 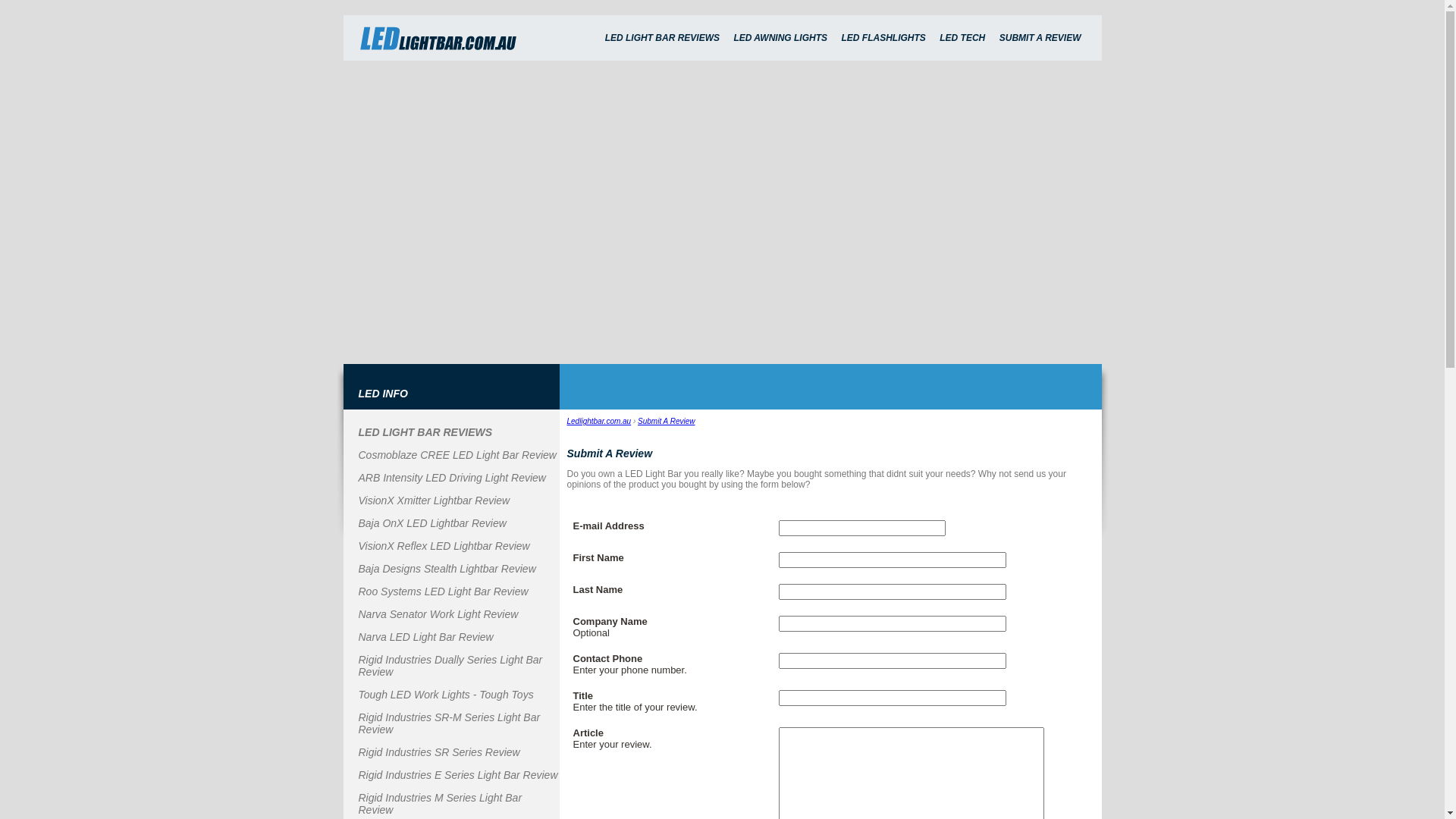 I want to click on 'Rigid Industries SR-M Series Light Bar Review', so click(x=356, y=722).